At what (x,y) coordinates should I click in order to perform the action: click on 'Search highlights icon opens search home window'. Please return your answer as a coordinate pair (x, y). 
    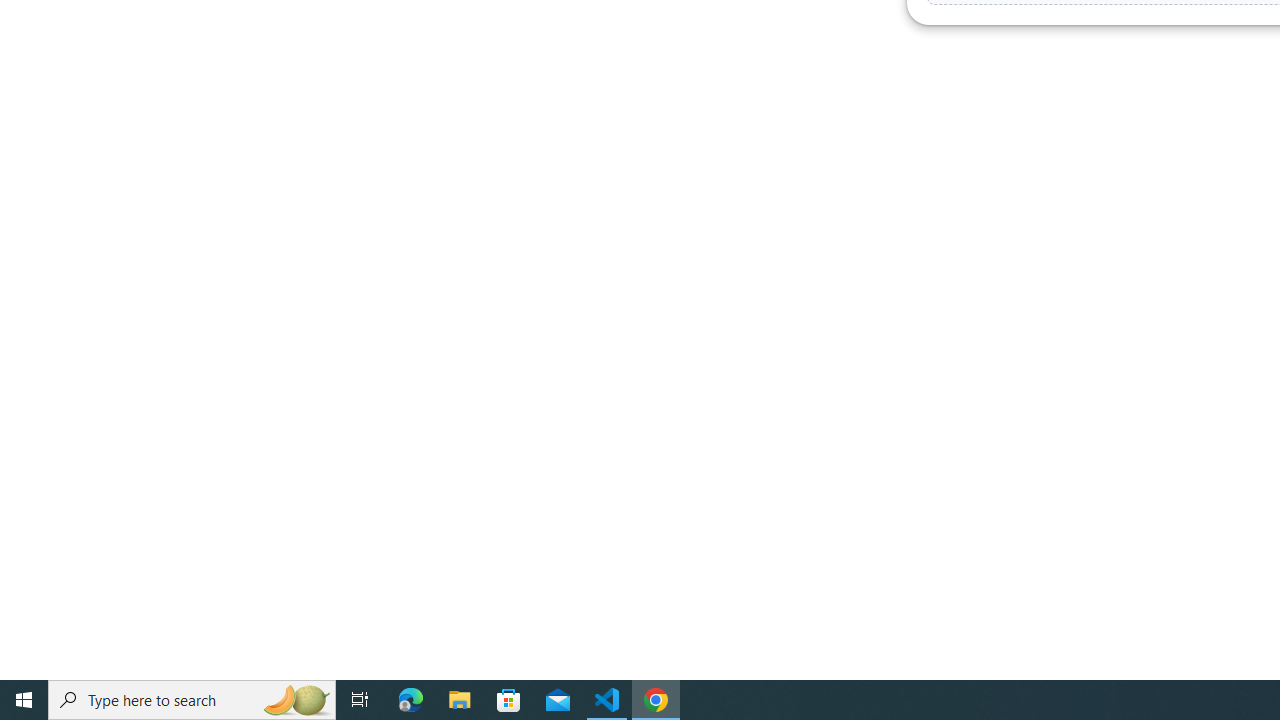
    Looking at the image, I should click on (294, 698).